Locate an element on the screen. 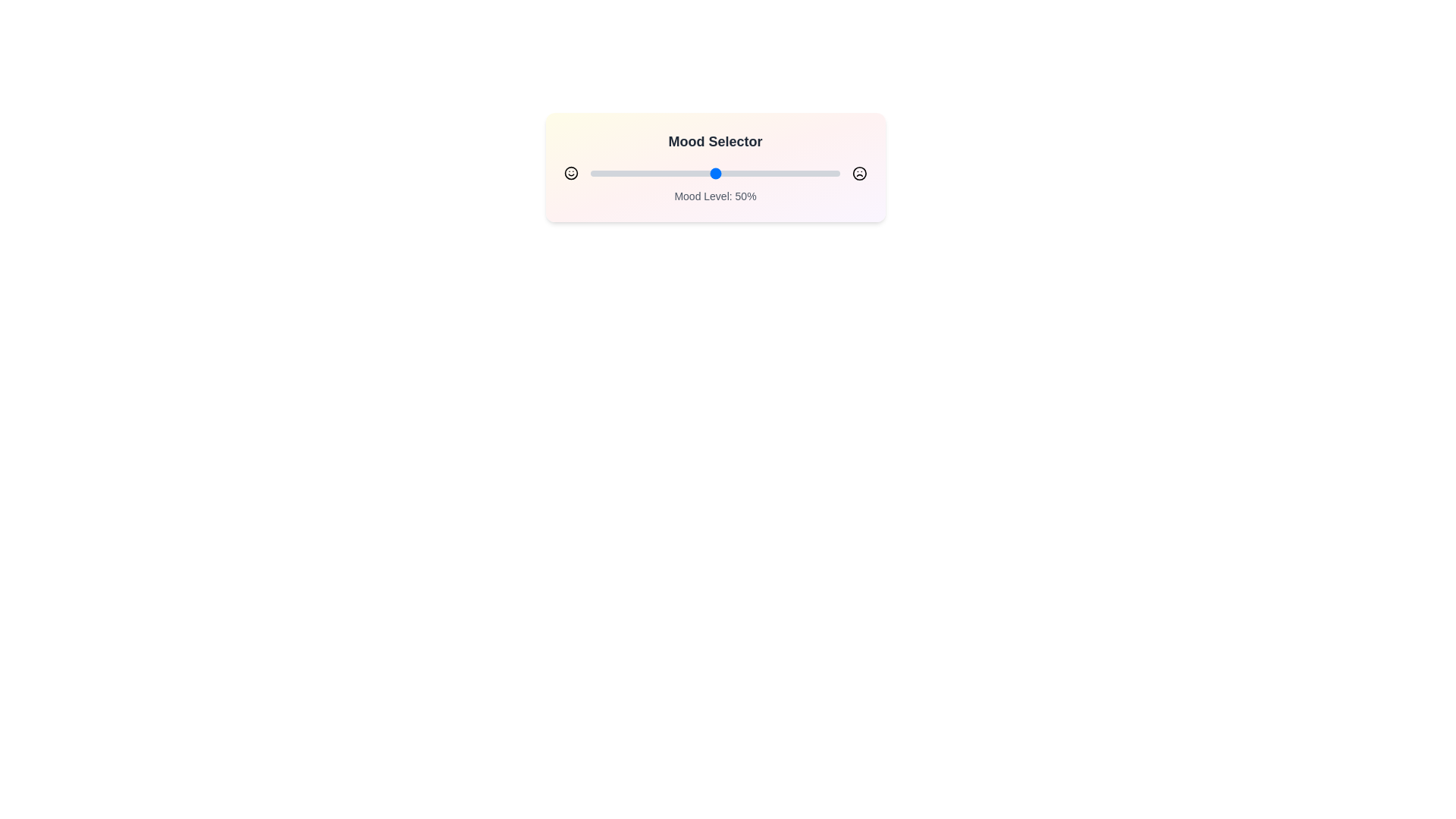  the mood slider to set the mood level to 83 is located at coordinates (796, 172).